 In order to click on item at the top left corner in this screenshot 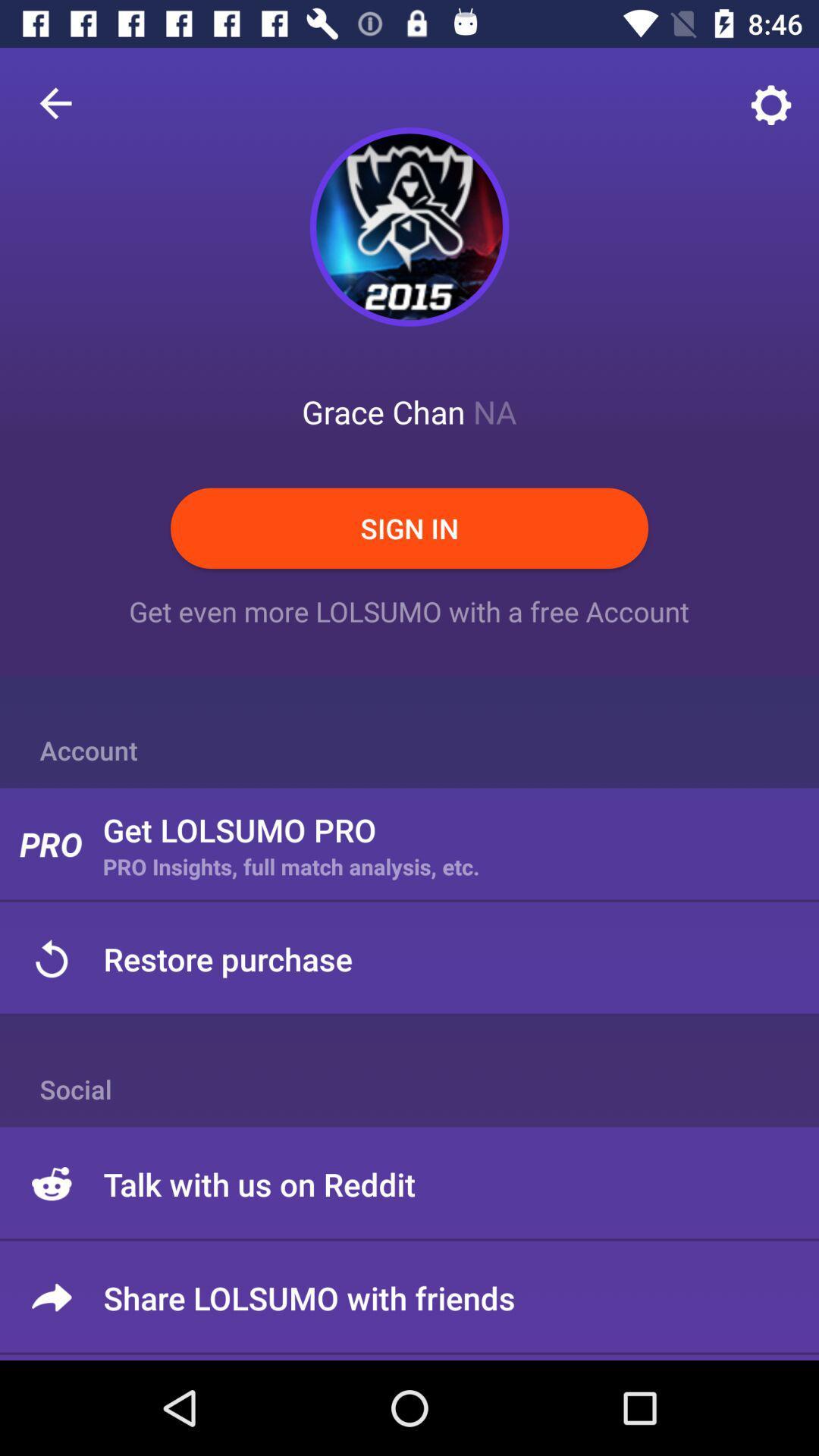, I will do `click(55, 102)`.